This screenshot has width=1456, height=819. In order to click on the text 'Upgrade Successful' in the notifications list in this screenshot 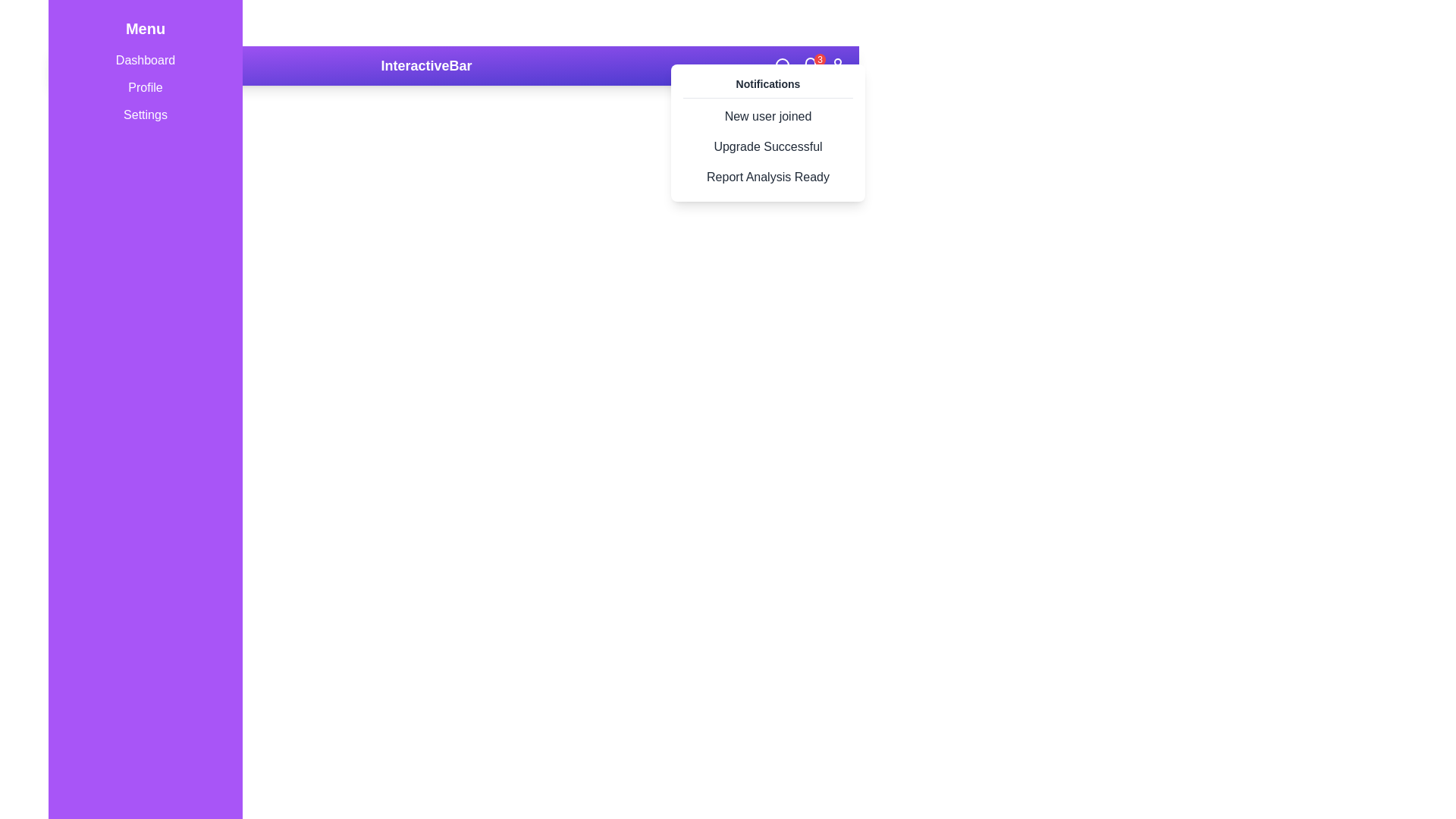, I will do `click(767, 146)`.